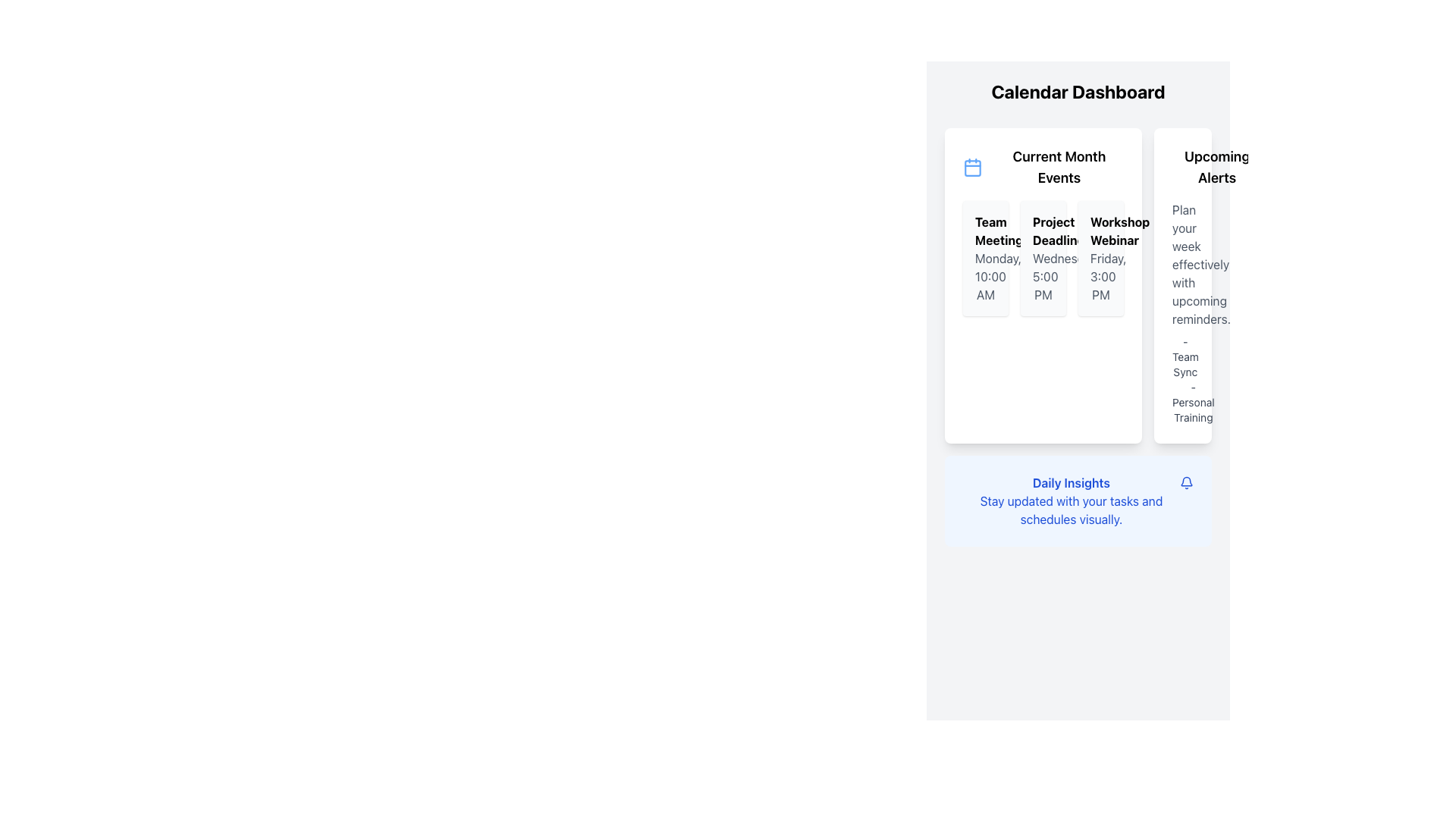  I want to click on the graphical circle element located near the top of the 'Upcoming Alerts' section, which is part of the clock icon, so click(1181, 166).